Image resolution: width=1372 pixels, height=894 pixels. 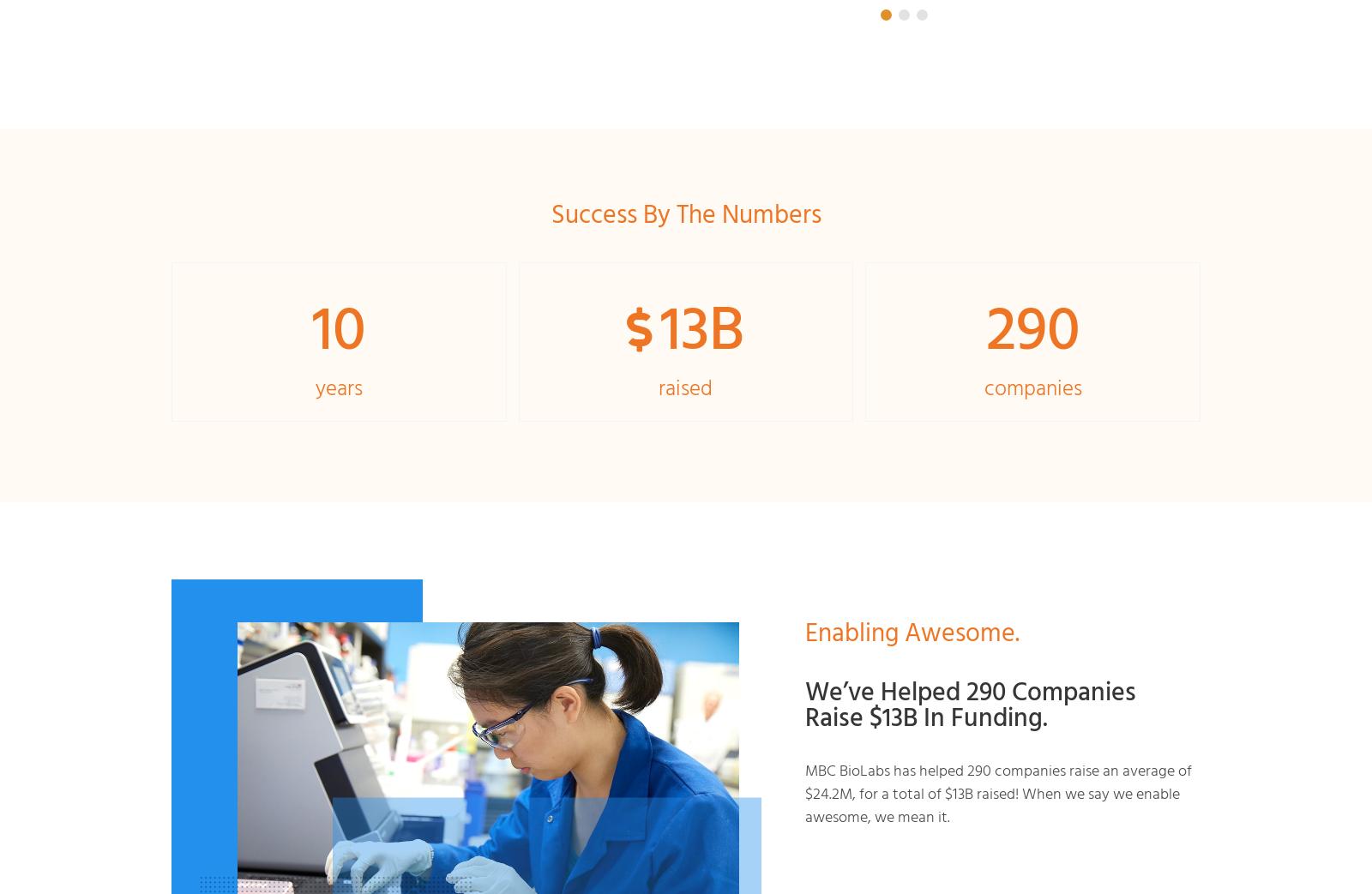 I want to click on '10', so click(x=338, y=325).